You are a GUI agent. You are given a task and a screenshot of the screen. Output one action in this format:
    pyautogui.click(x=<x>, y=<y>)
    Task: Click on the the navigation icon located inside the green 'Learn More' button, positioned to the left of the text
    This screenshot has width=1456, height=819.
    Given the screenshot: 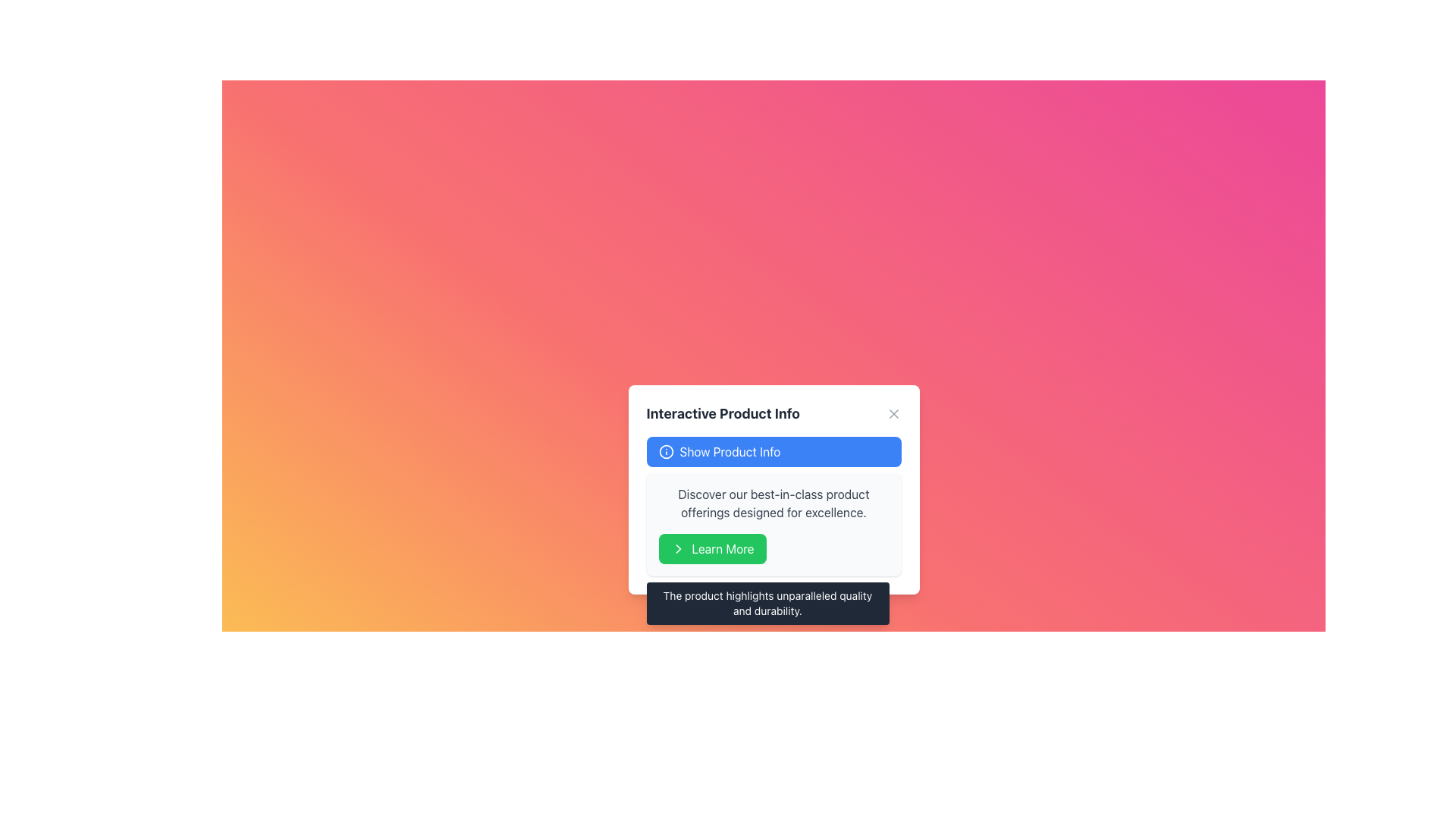 What is the action you would take?
    pyautogui.click(x=677, y=549)
    